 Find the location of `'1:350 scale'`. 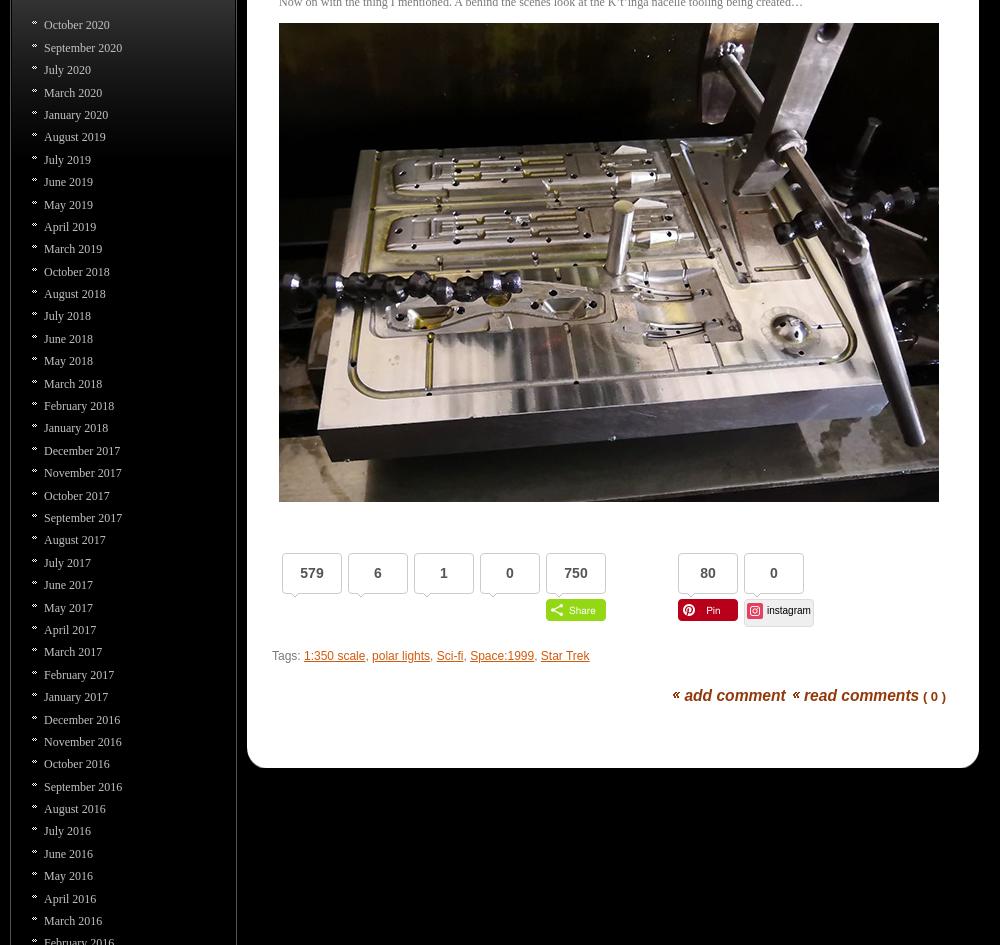

'1:350 scale' is located at coordinates (304, 653).